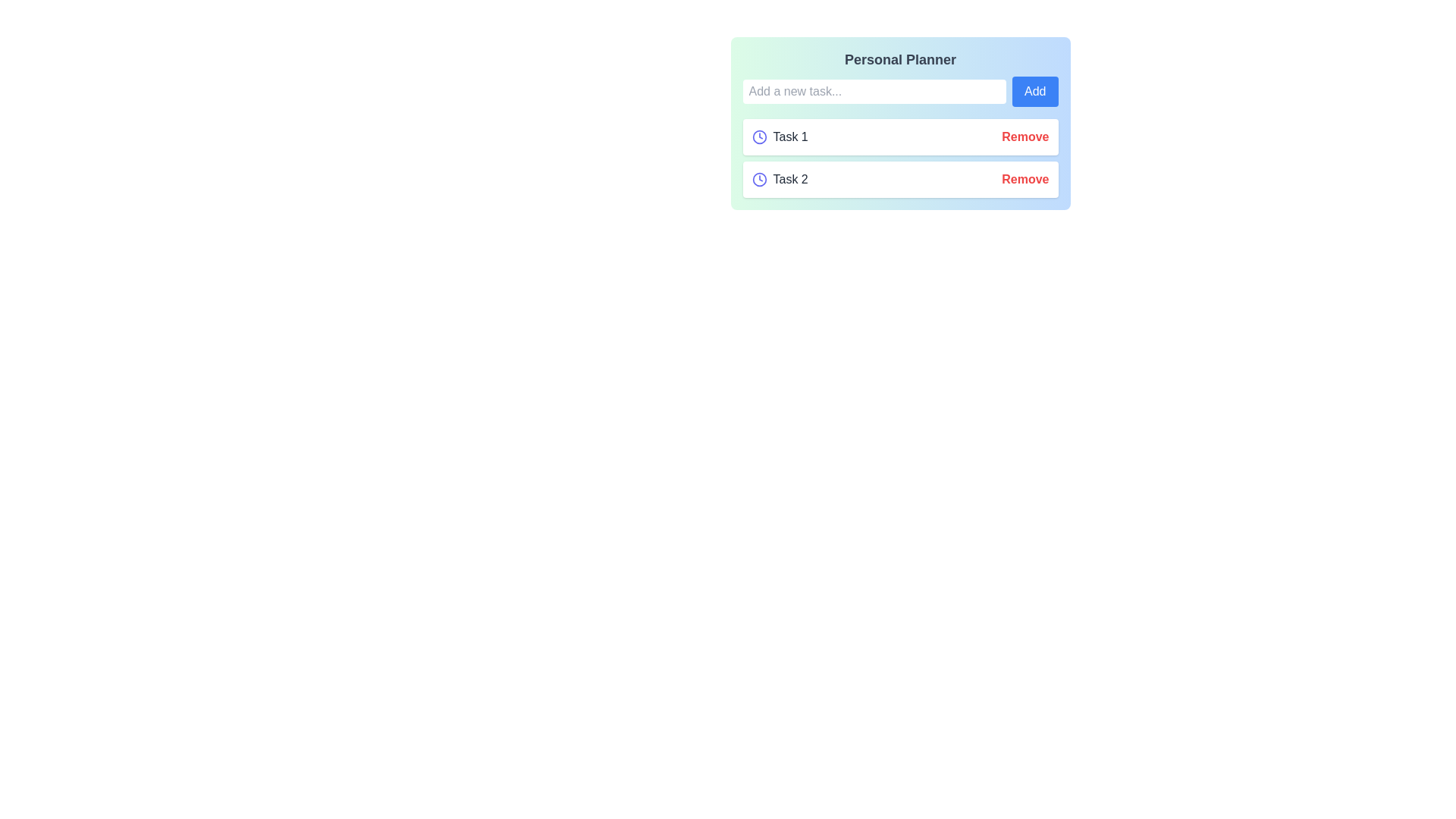 The width and height of the screenshot is (1456, 819). Describe the element at coordinates (1034, 91) in the screenshot. I see `'Add' button to add a task` at that location.